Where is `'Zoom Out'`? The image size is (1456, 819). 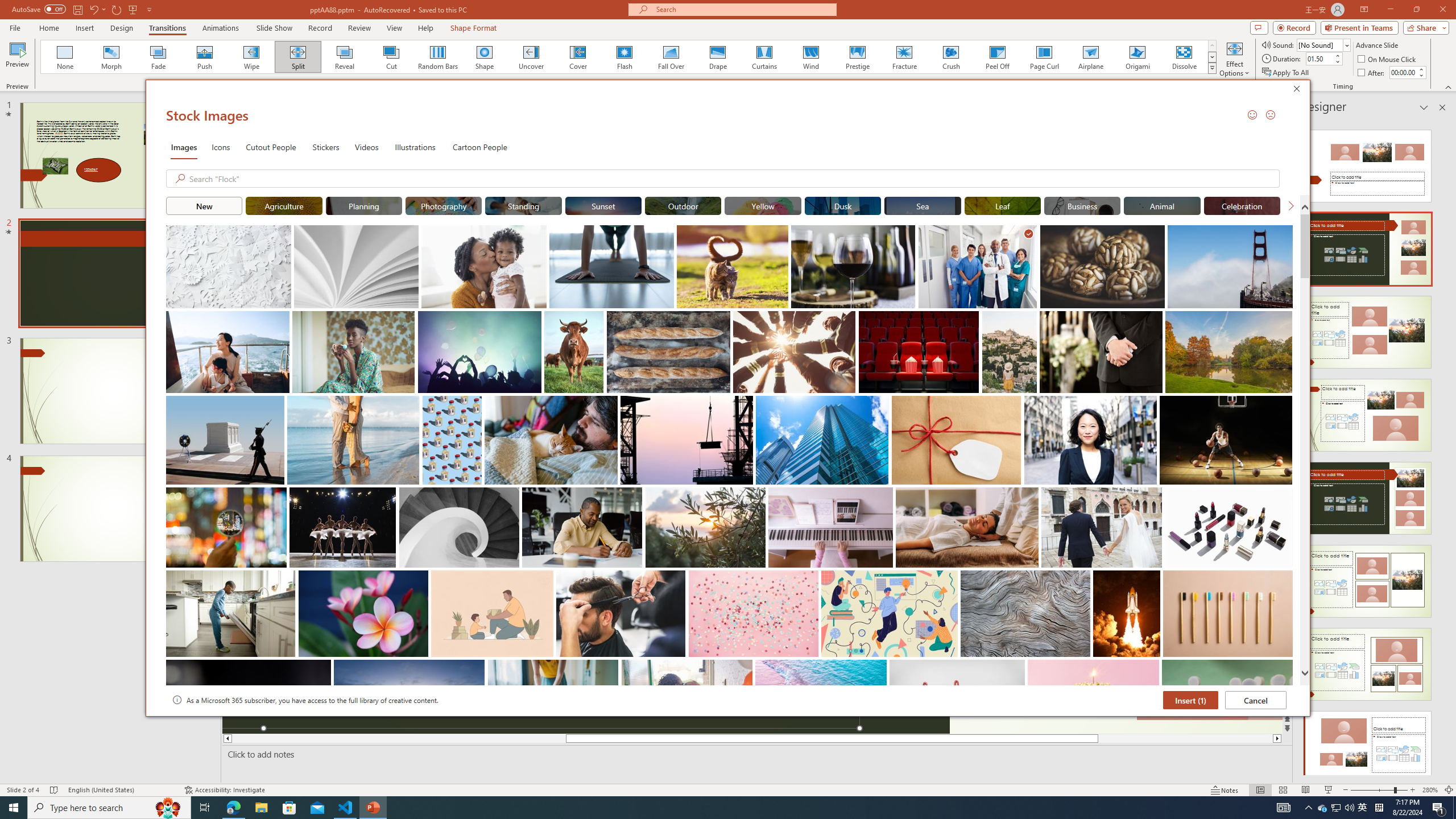
'Zoom Out' is located at coordinates (1372, 790).